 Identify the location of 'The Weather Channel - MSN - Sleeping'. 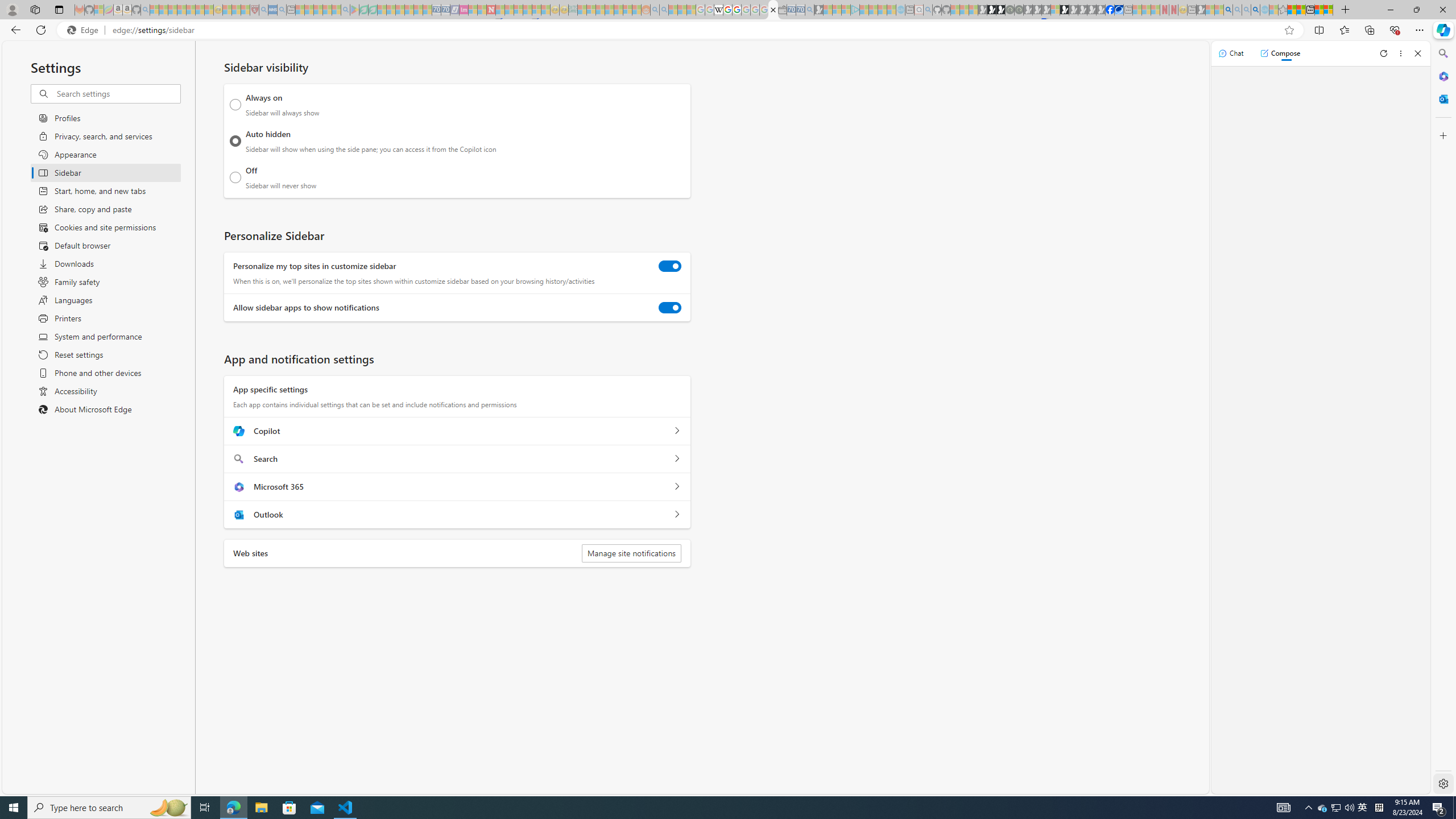
(172, 9).